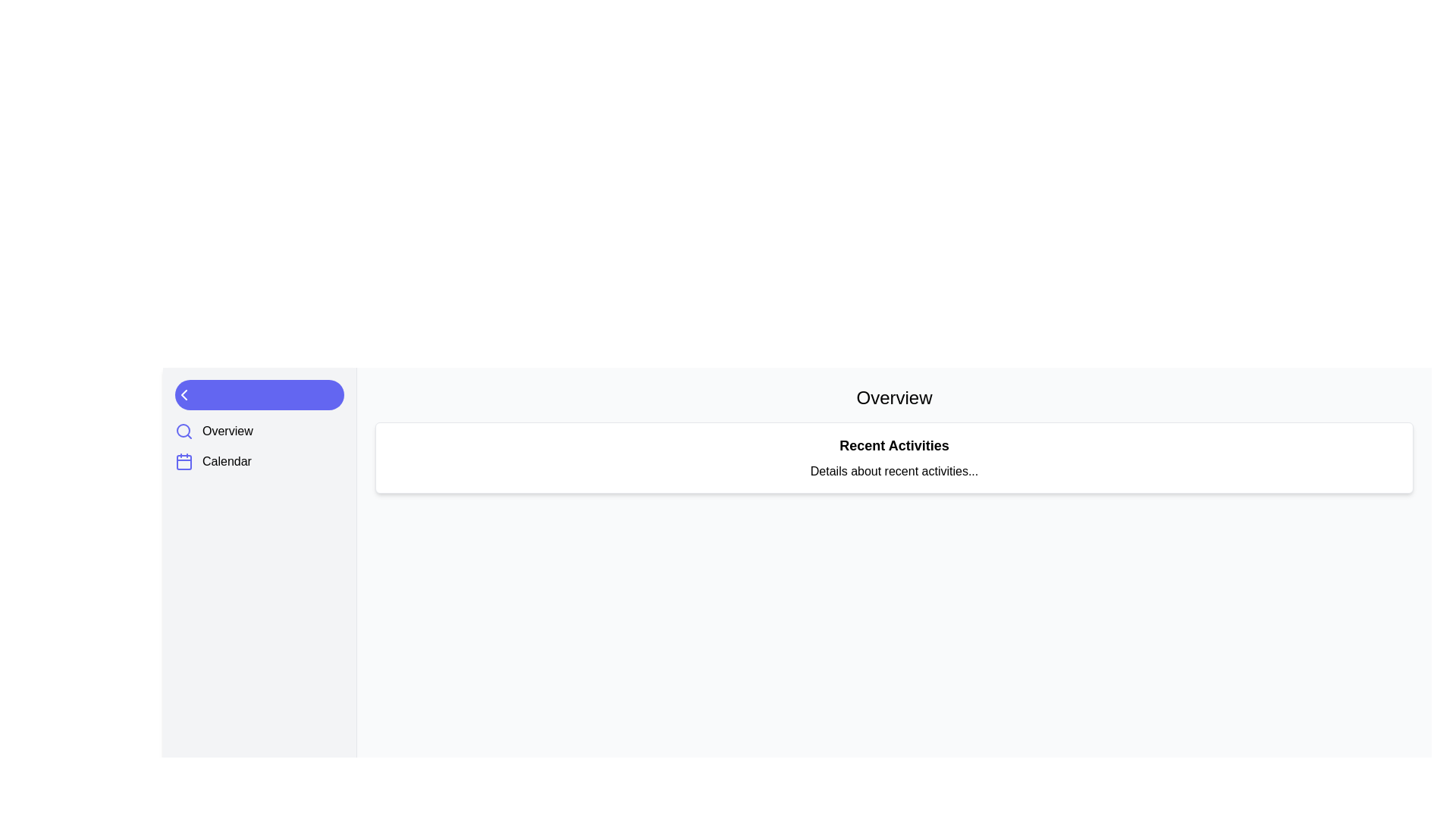 The width and height of the screenshot is (1456, 819). I want to click on the 'Overview' text label in the sidebar navigation area to potentially display a tooltip, so click(227, 431).